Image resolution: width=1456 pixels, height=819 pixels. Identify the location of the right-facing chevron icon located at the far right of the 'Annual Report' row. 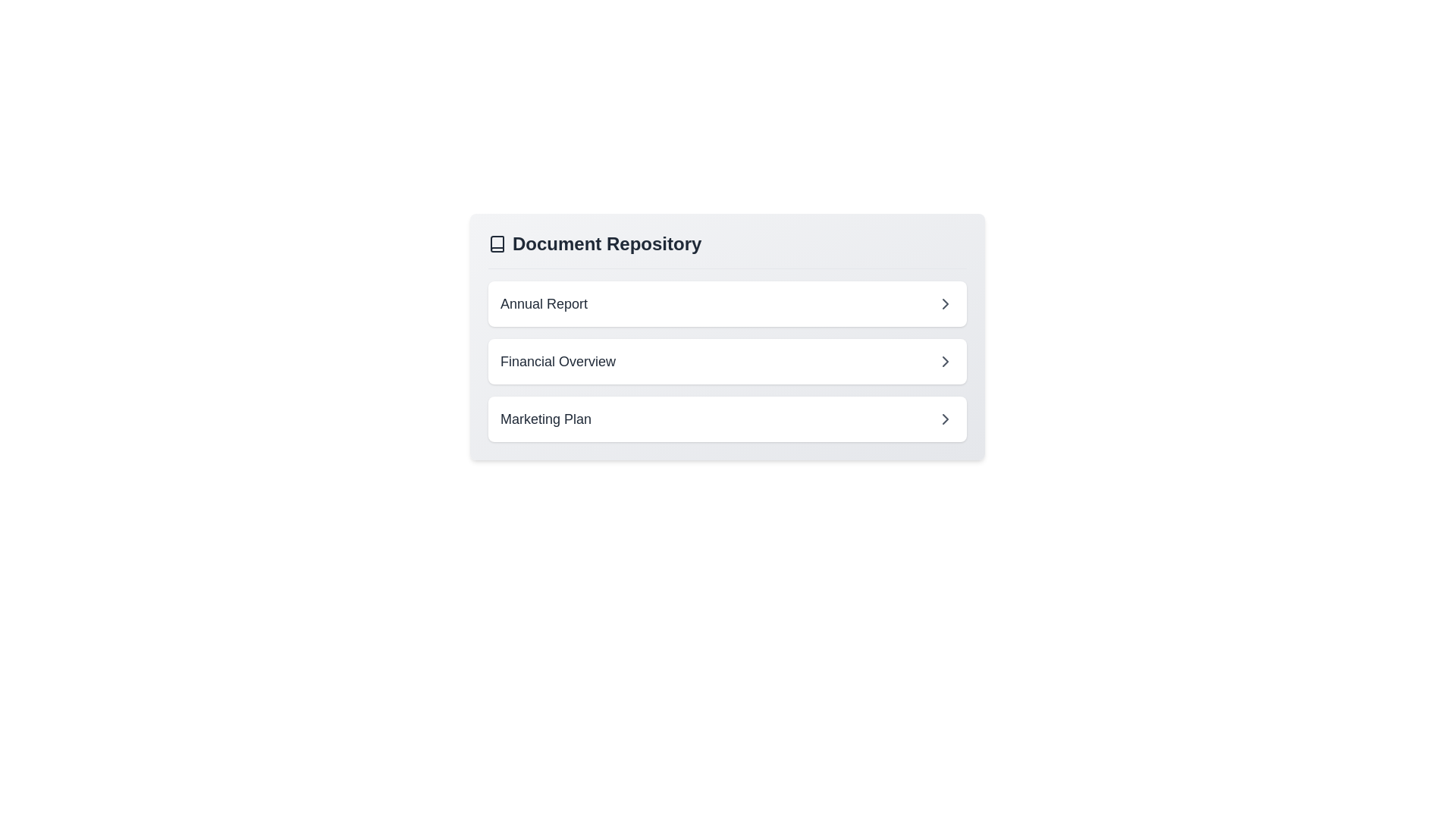
(945, 304).